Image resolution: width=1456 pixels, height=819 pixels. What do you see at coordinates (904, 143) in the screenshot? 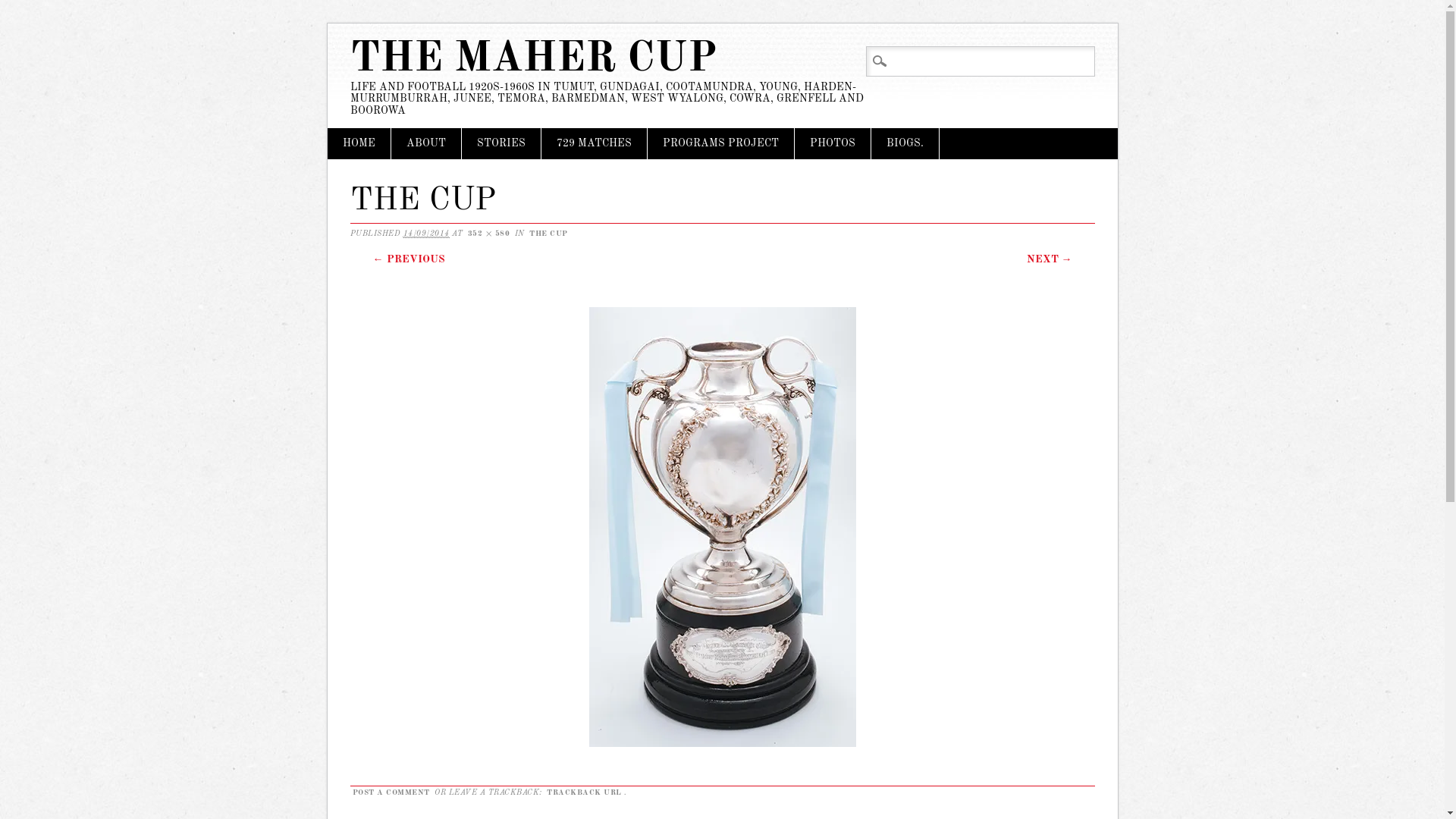
I see `'BIOGS.'` at bounding box center [904, 143].